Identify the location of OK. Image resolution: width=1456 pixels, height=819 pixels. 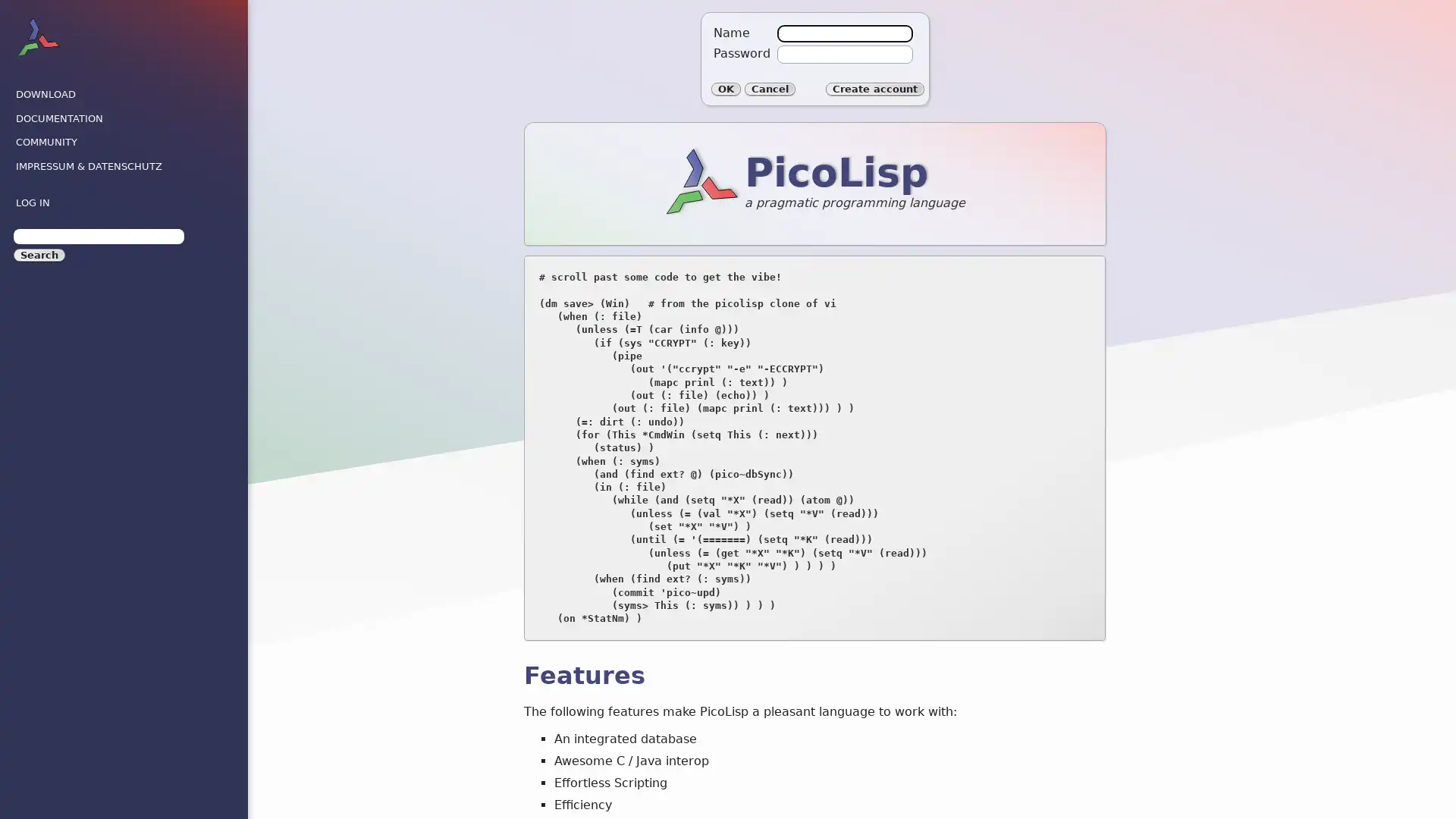
(724, 89).